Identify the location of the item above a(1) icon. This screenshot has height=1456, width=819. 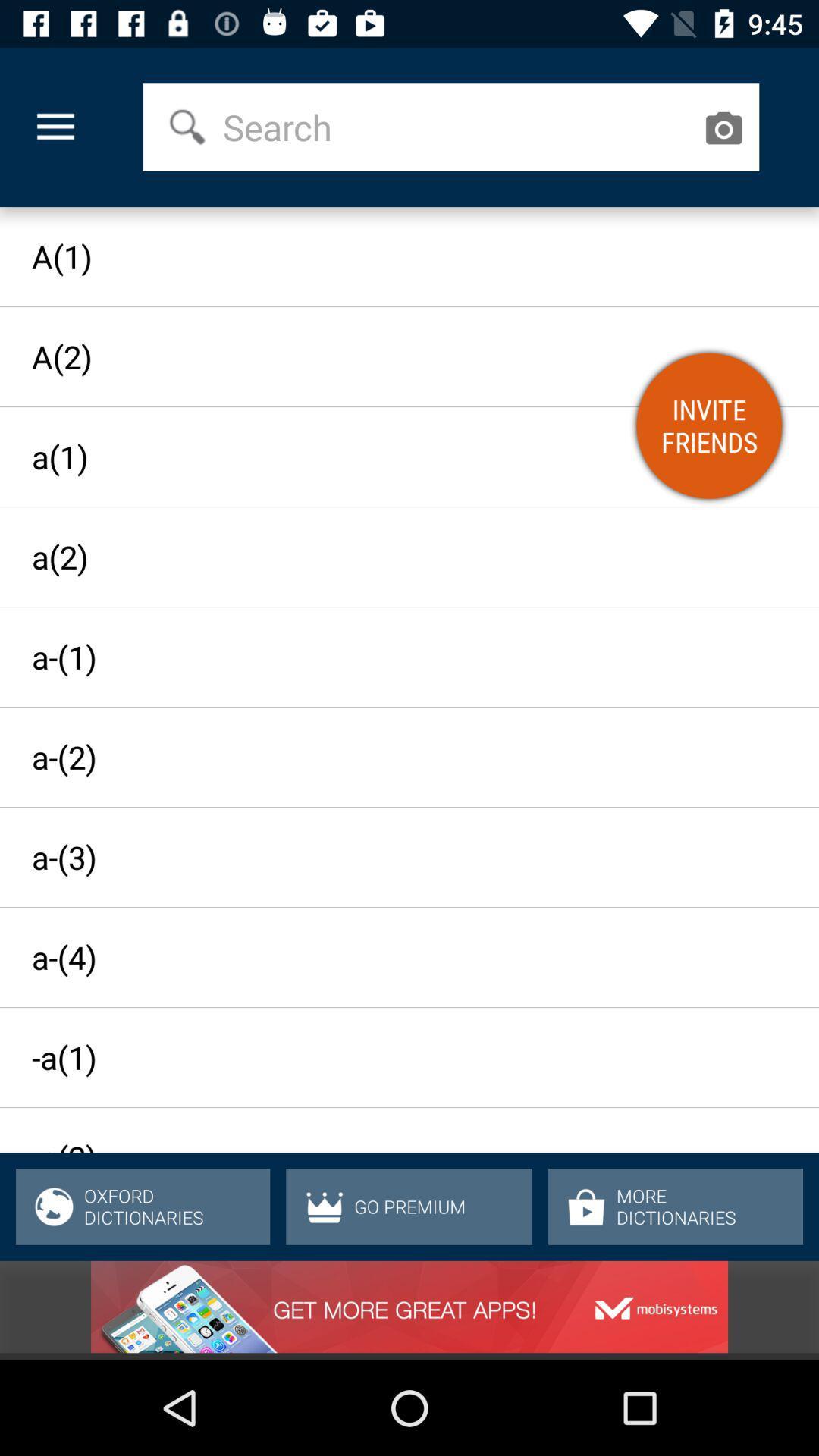
(456, 127).